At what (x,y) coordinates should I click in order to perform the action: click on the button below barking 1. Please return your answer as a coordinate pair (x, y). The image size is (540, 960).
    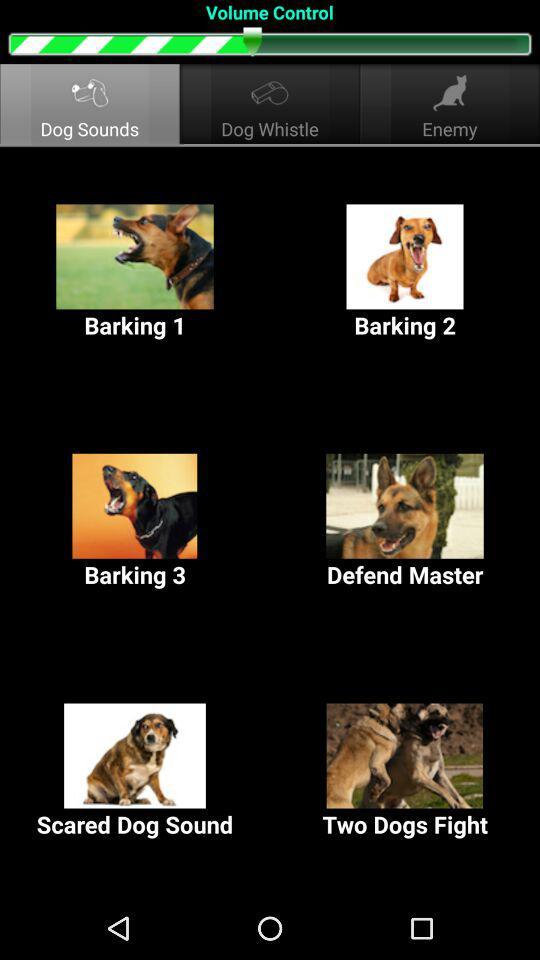
    Looking at the image, I should click on (135, 521).